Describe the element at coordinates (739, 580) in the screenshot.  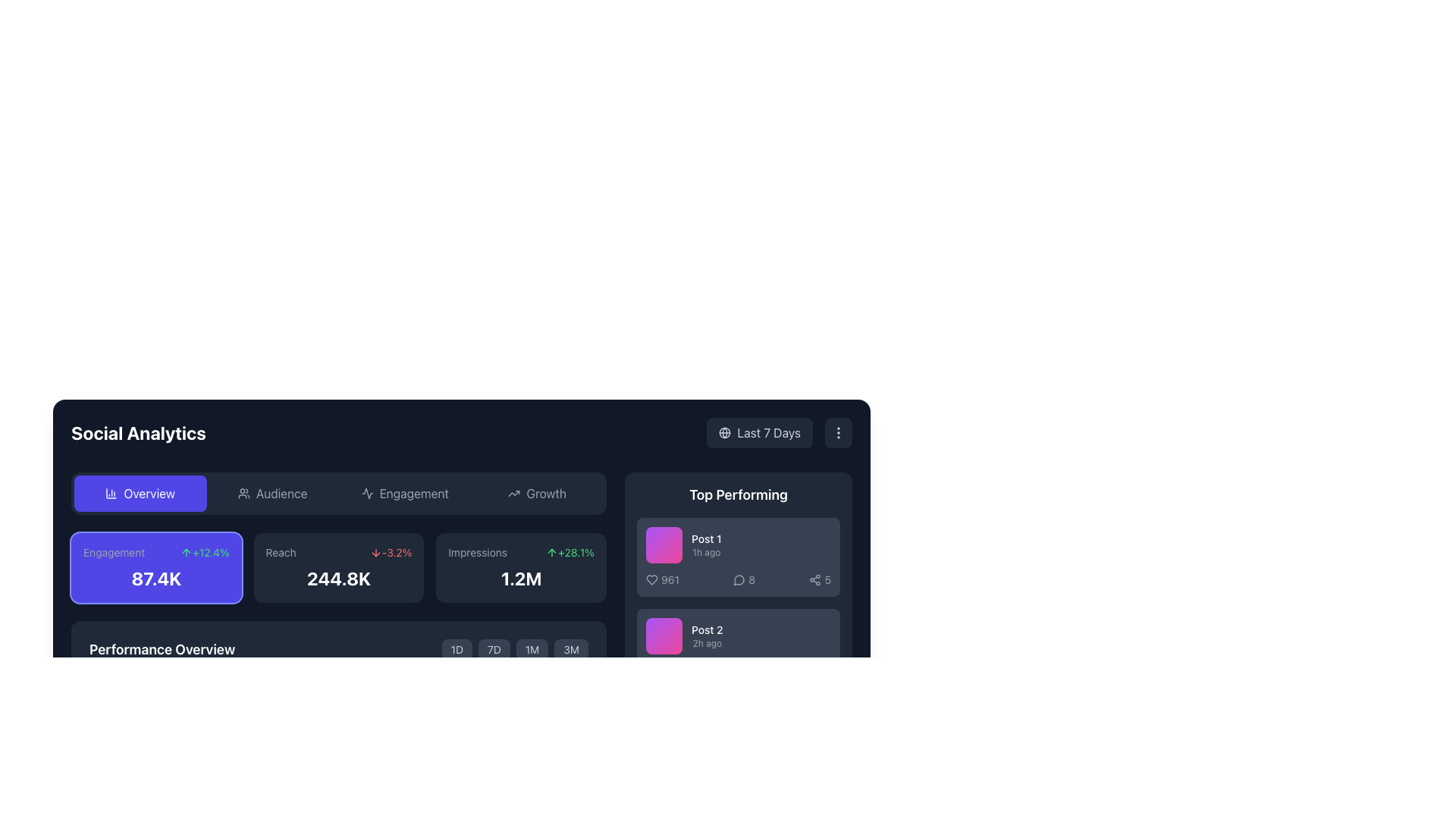
I see `the comment indicator icon located in the 'Top Performing' section next to the numeric value on Post 1` at that location.